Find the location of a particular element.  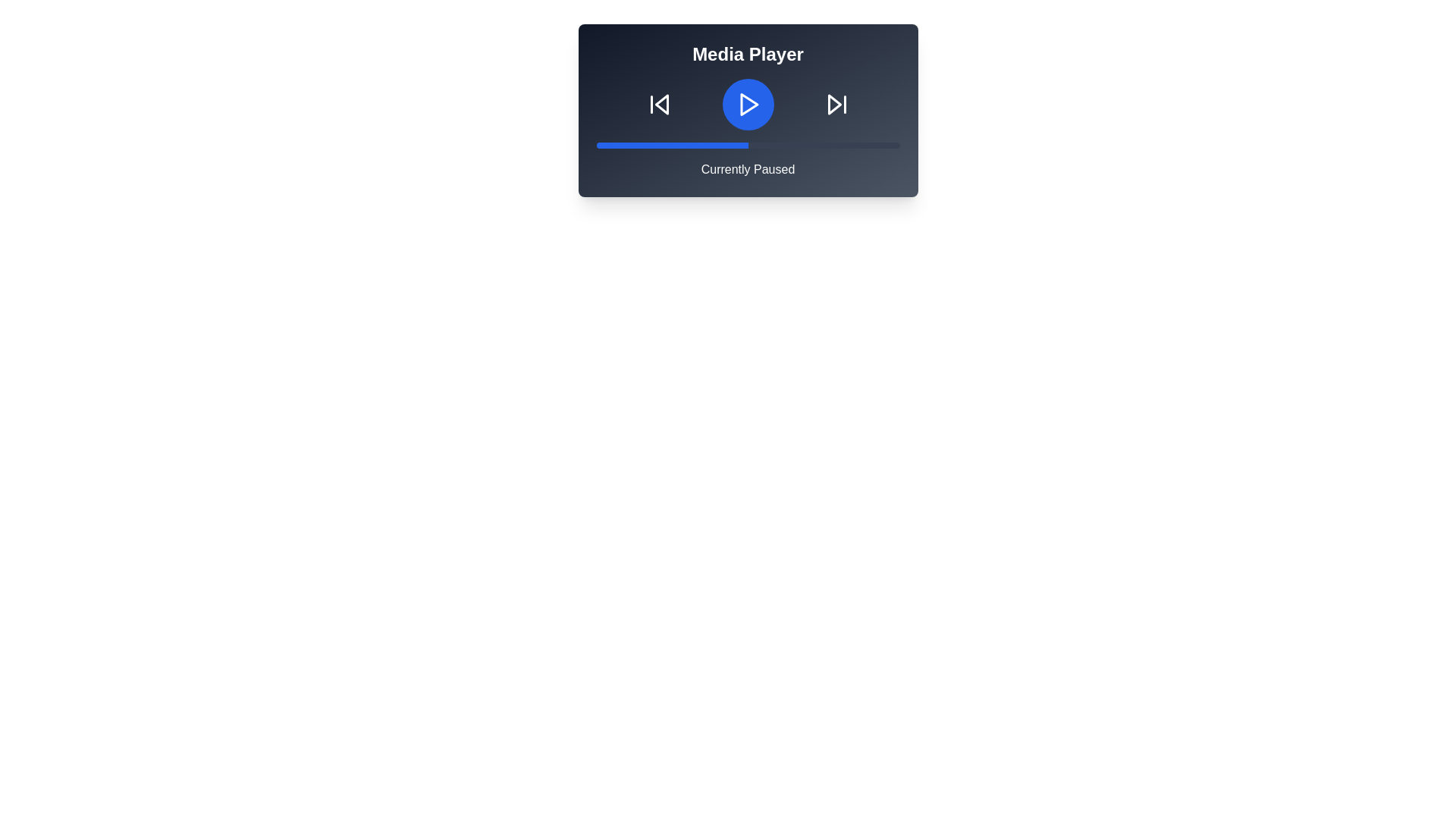

the play/pause button to toggle the playback state is located at coordinates (748, 104).